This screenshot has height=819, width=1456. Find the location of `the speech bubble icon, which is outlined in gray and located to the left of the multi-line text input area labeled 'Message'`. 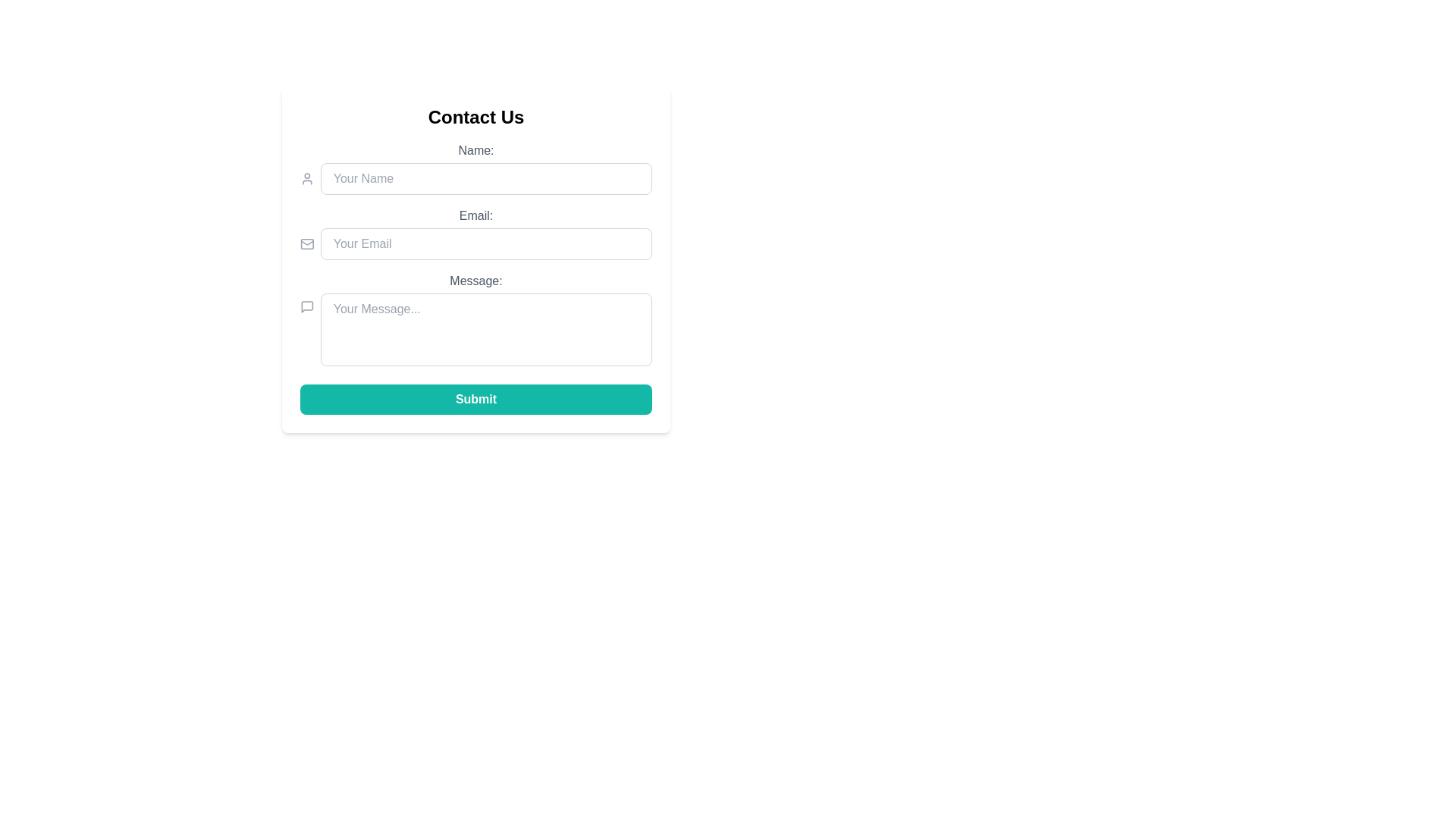

the speech bubble icon, which is outlined in gray and located to the left of the multi-line text input area labeled 'Message' is located at coordinates (306, 307).